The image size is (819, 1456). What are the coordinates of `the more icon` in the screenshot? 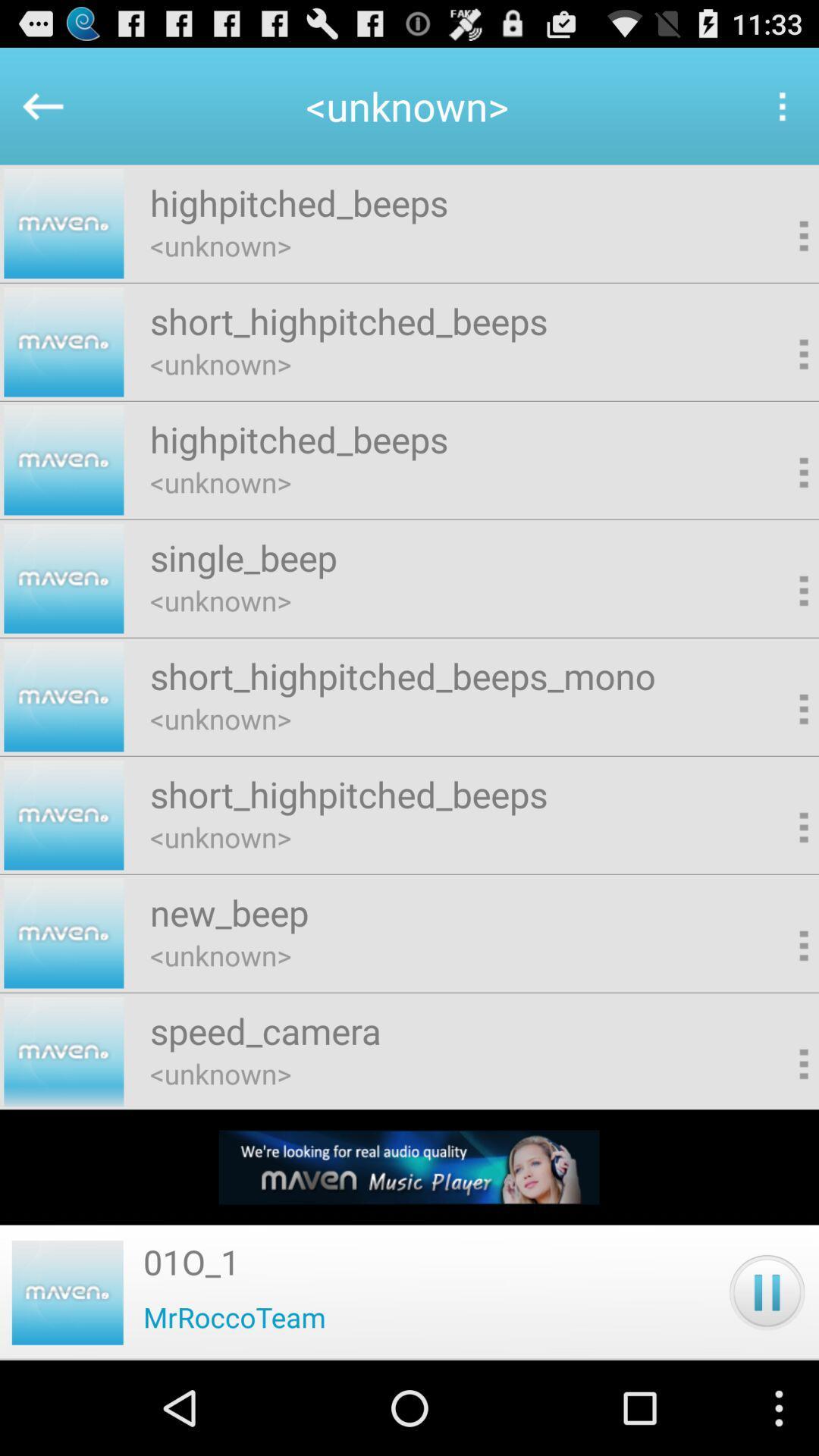 It's located at (779, 886).